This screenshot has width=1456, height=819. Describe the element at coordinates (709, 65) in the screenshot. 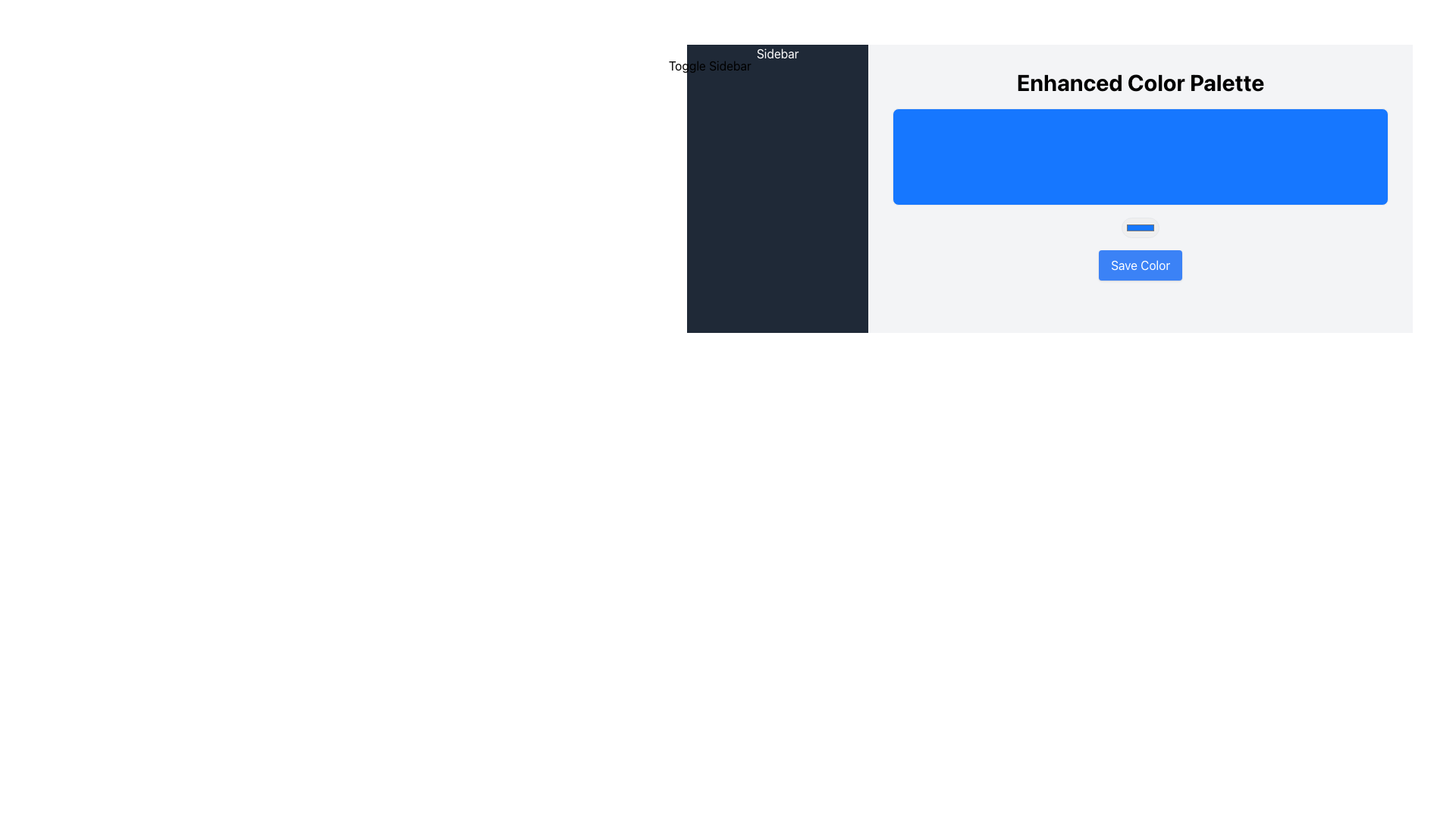

I see `the 'Toggle Sidebar' button located at the top left corner of the interface` at that location.